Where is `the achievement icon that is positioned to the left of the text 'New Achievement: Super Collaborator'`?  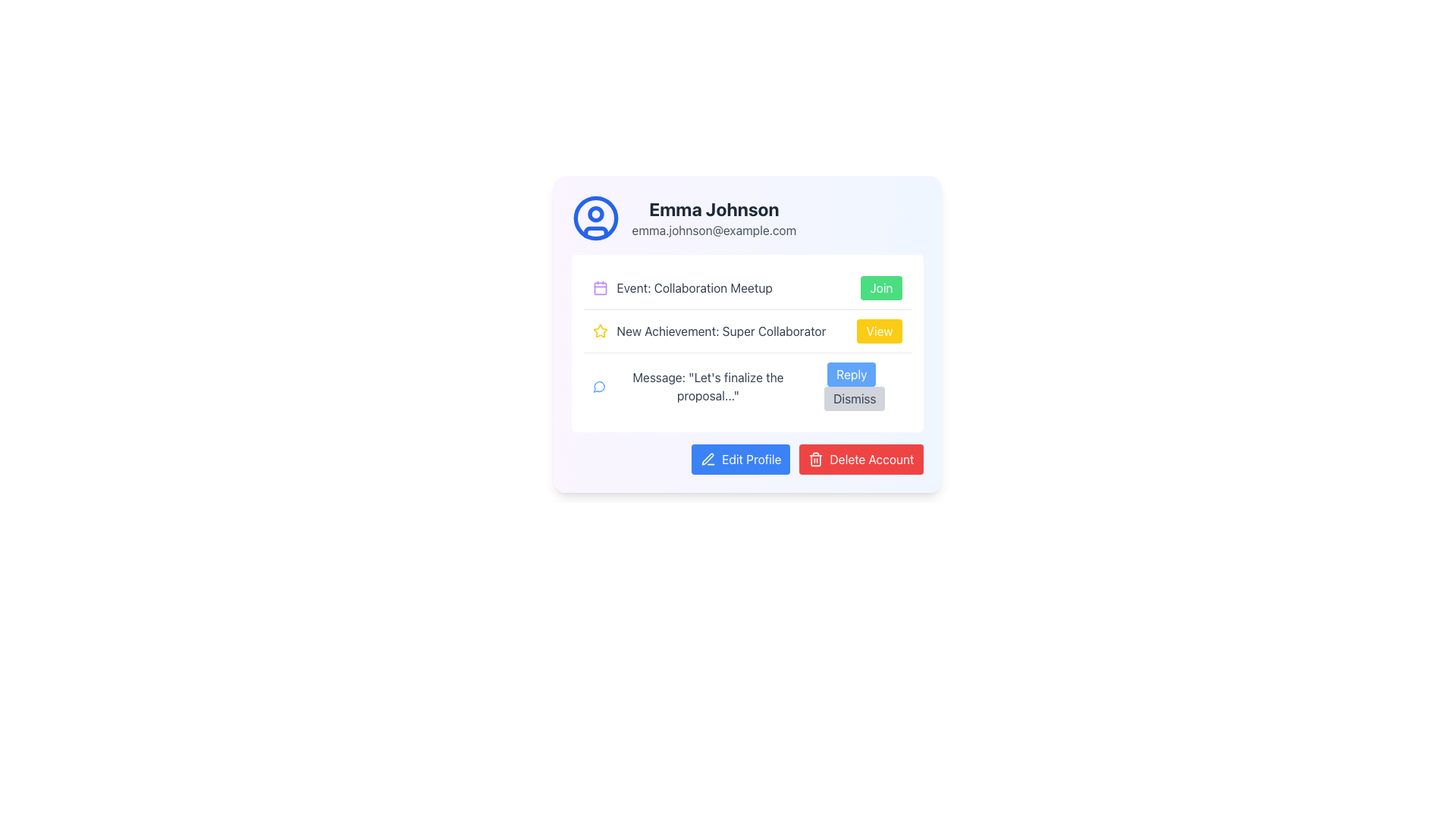 the achievement icon that is positioned to the left of the text 'New Achievement: Super Collaborator' is located at coordinates (599, 330).